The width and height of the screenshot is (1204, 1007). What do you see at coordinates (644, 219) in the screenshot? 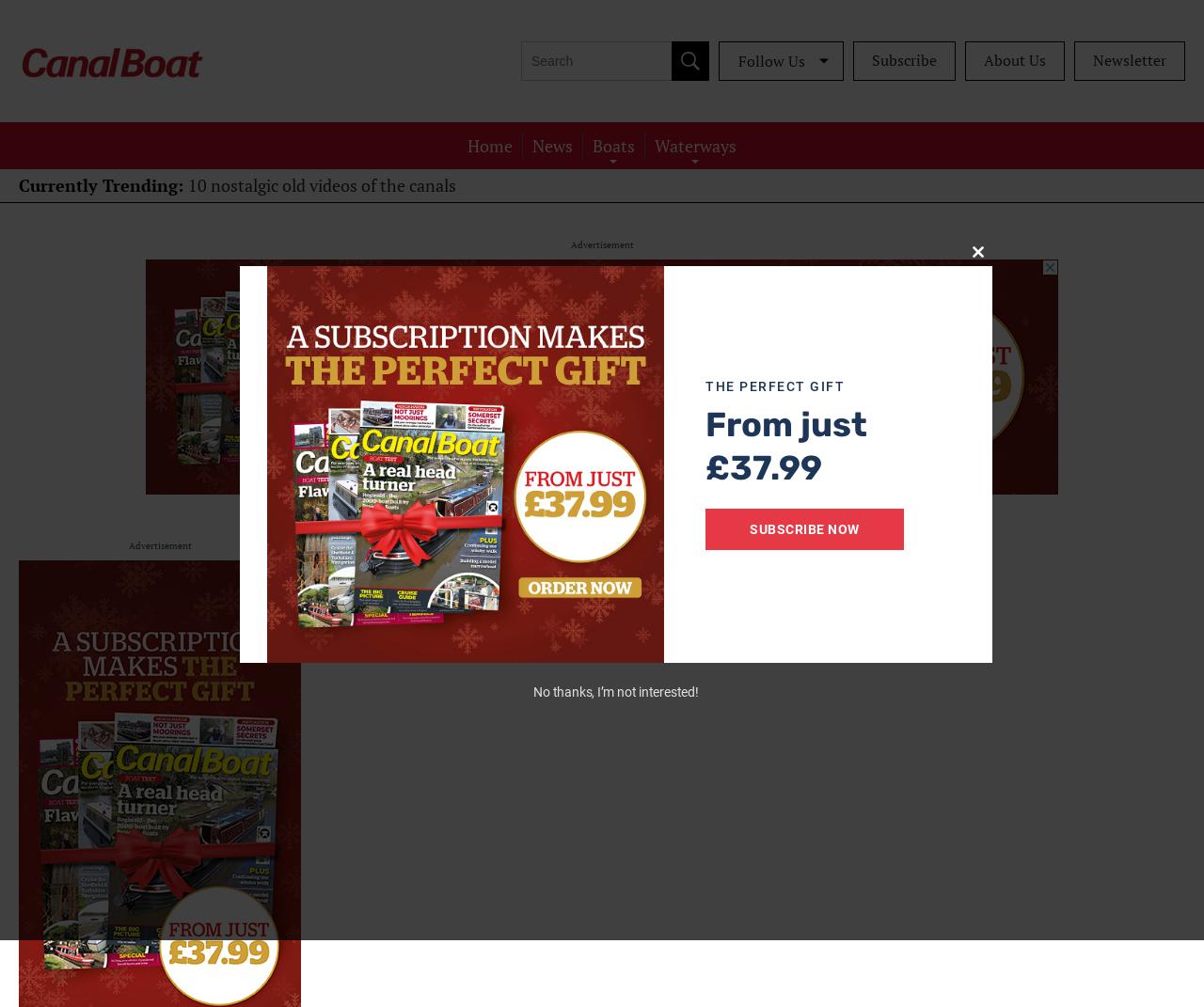
I see `'Restoration'` at bounding box center [644, 219].